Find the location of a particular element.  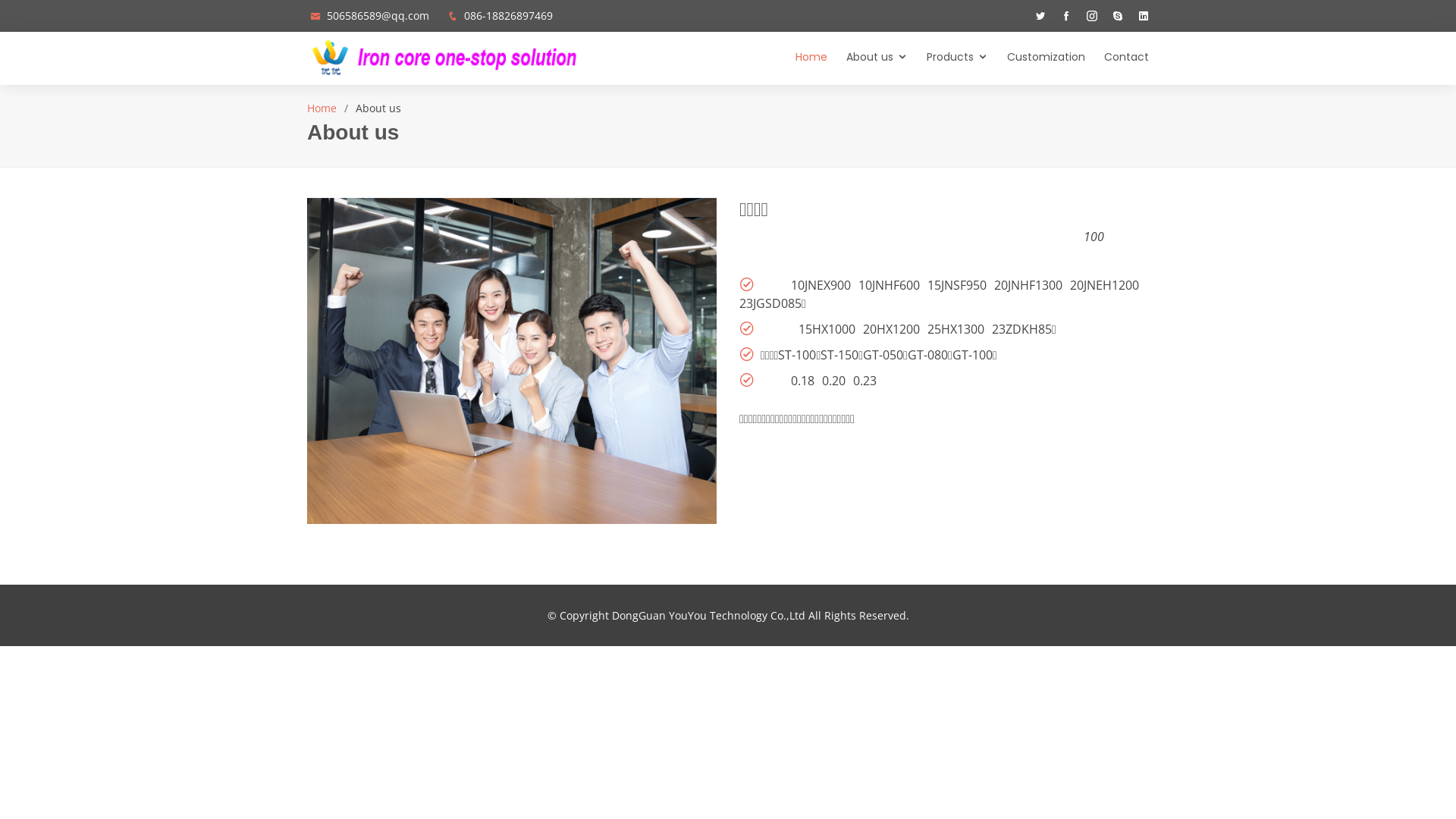

'About us' is located at coordinates (826, 57).